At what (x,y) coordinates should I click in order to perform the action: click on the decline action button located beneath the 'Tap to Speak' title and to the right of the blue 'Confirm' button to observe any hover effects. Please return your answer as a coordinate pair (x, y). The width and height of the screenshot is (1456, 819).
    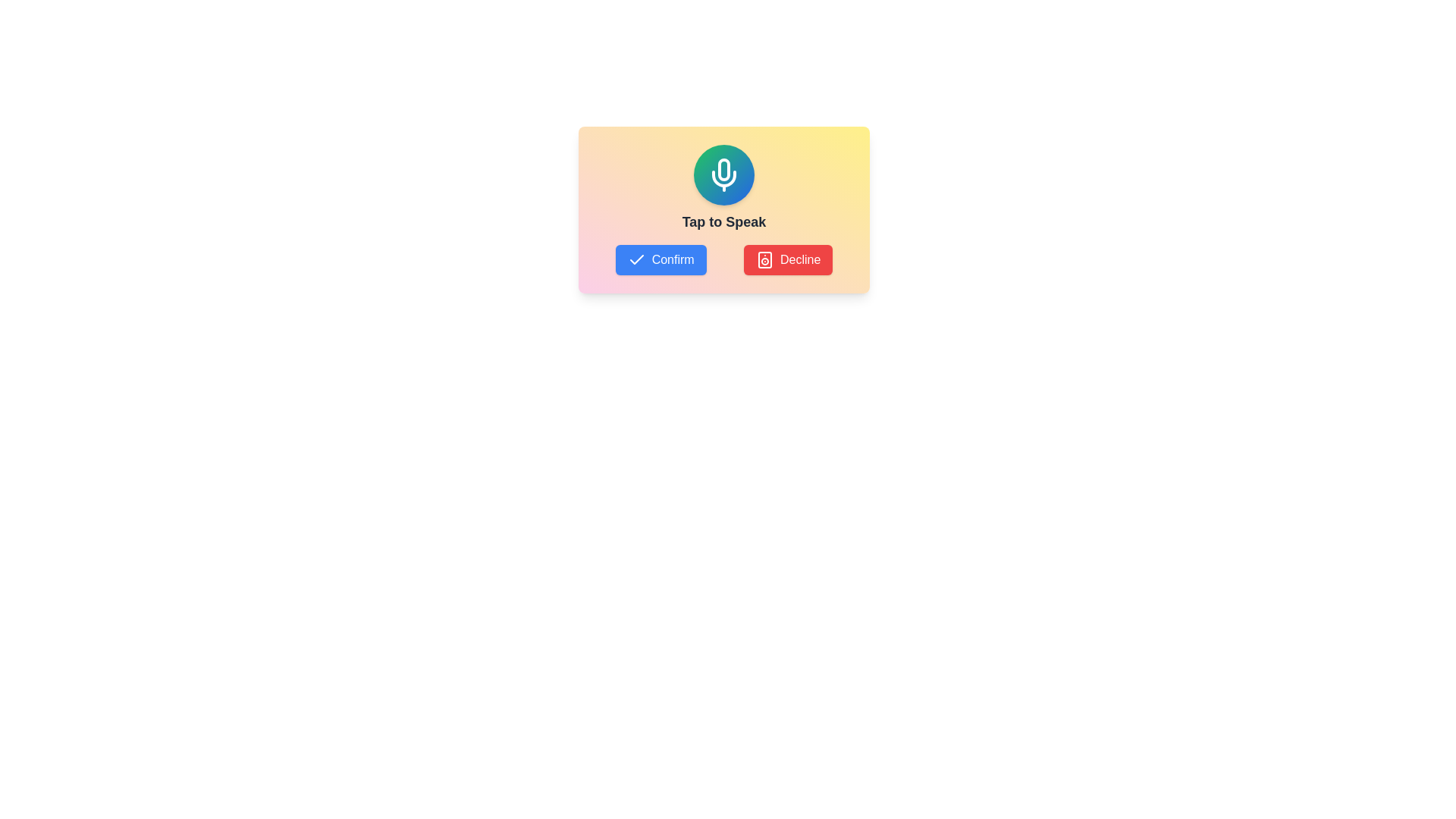
    Looking at the image, I should click on (788, 259).